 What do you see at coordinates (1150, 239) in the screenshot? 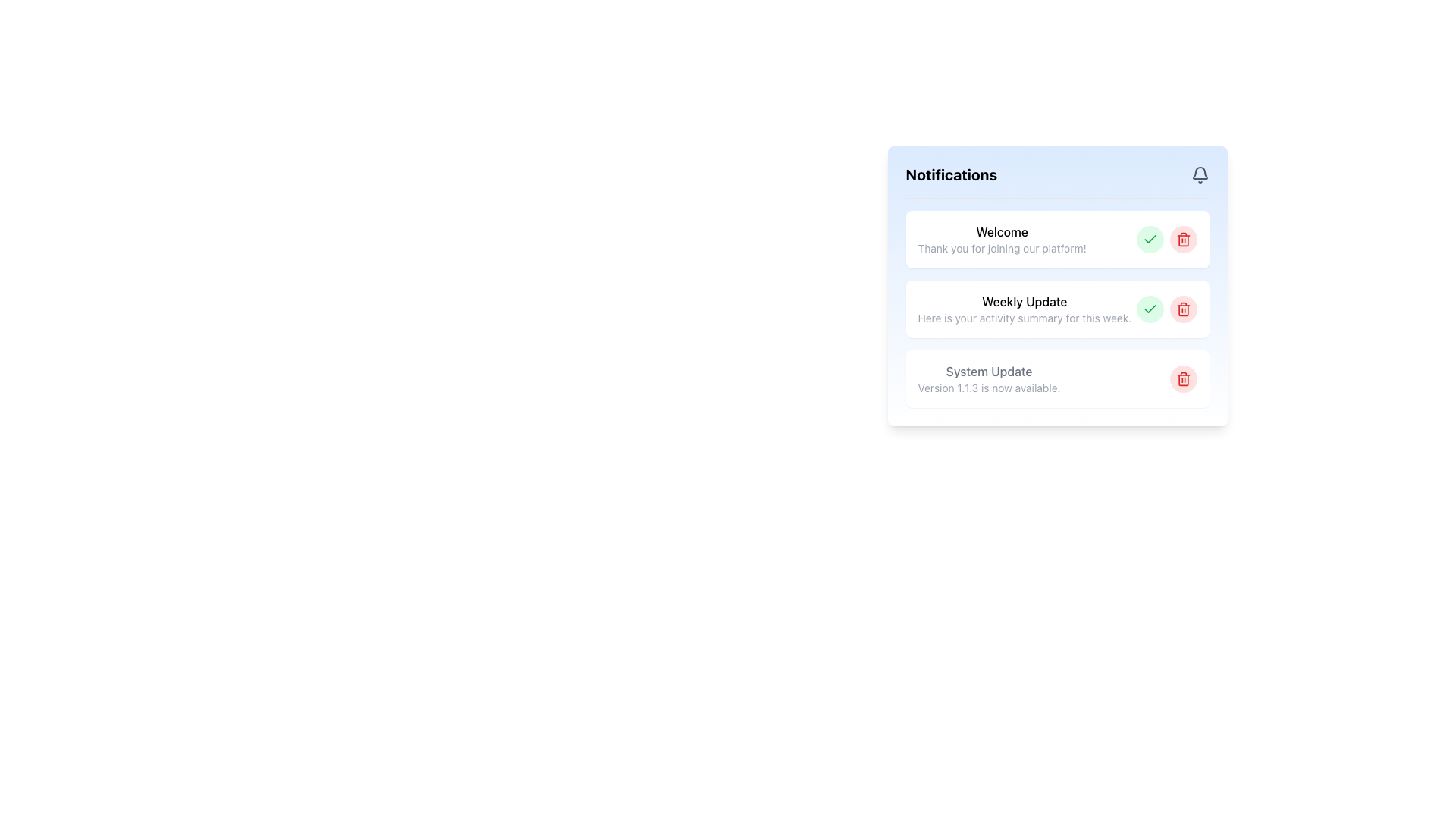
I see `the completion icon located beside the 'Weekly Update' text in the notification section` at bounding box center [1150, 239].